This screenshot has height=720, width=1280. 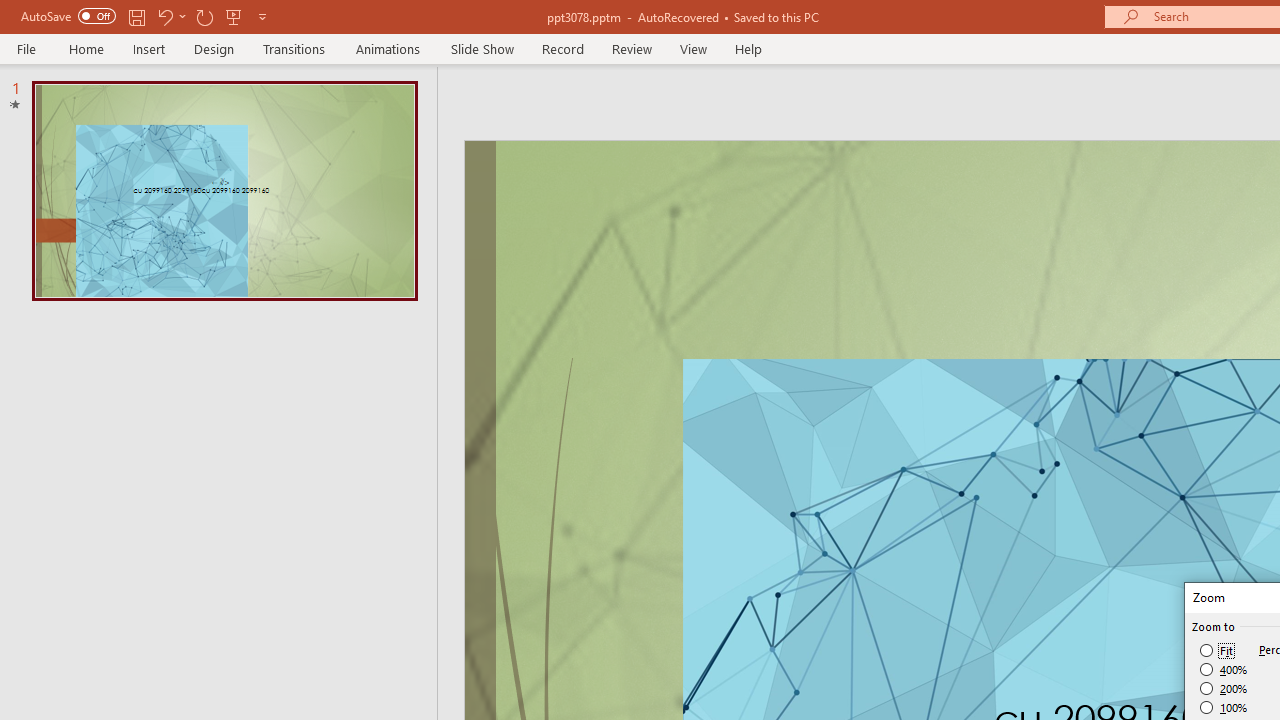 What do you see at coordinates (1223, 669) in the screenshot?
I see `'400%'` at bounding box center [1223, 669].